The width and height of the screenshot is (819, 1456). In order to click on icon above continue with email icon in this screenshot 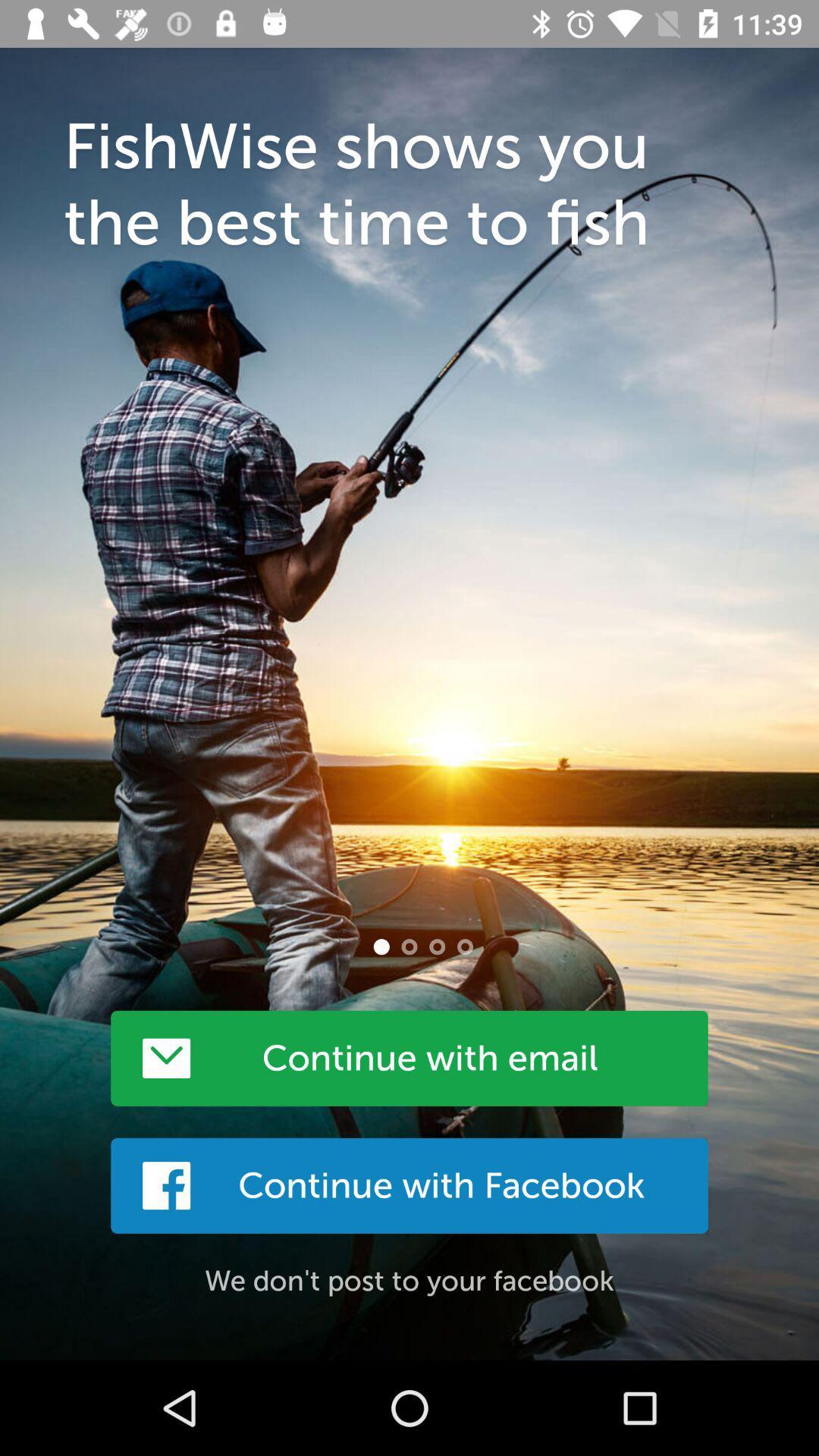, I will do `click(381, 946)`.